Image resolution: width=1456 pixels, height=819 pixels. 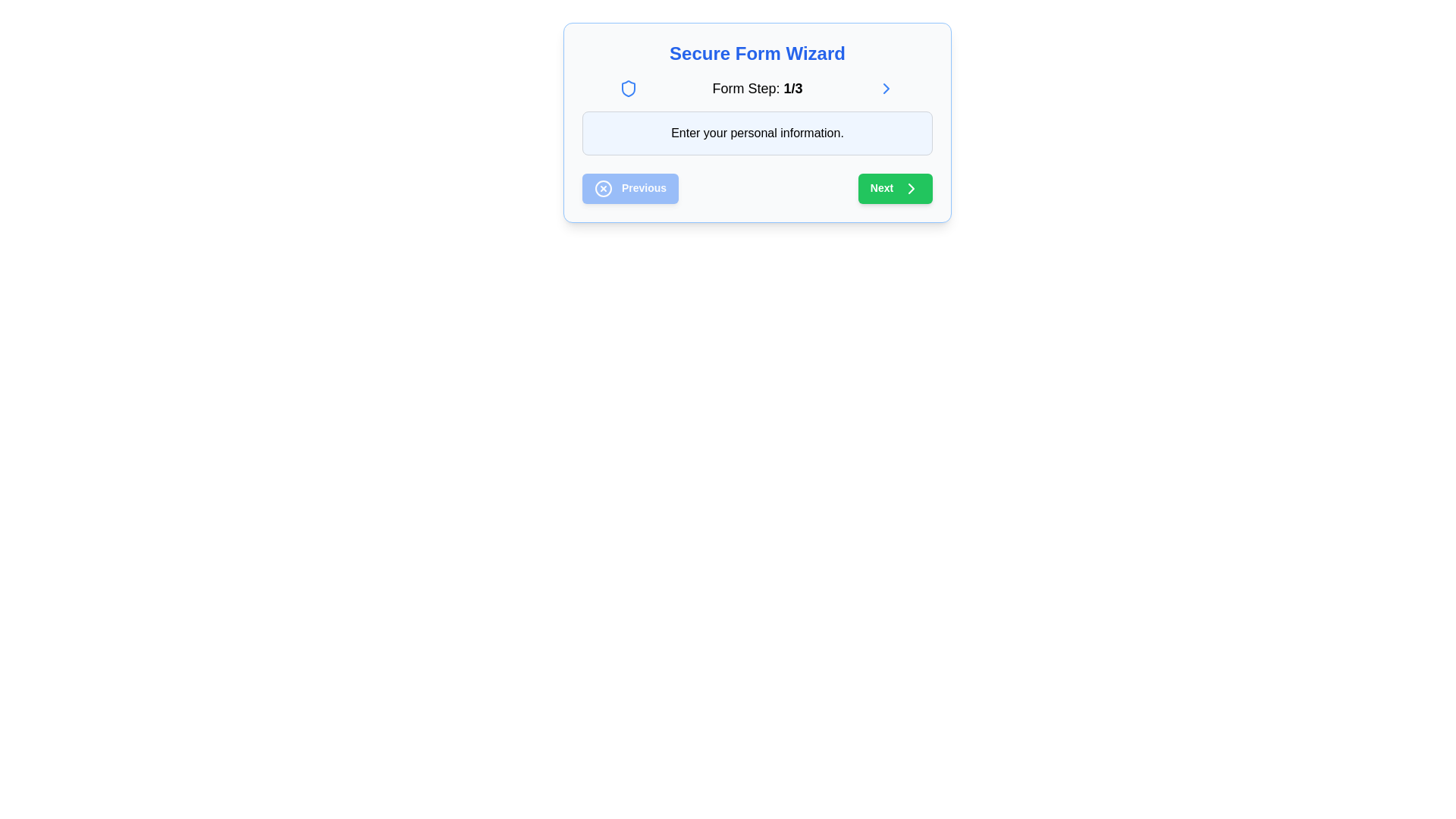 I want to click on the text label with a light blue background that contains the message 'Enter your personal information.', so click(x=757, y=133).